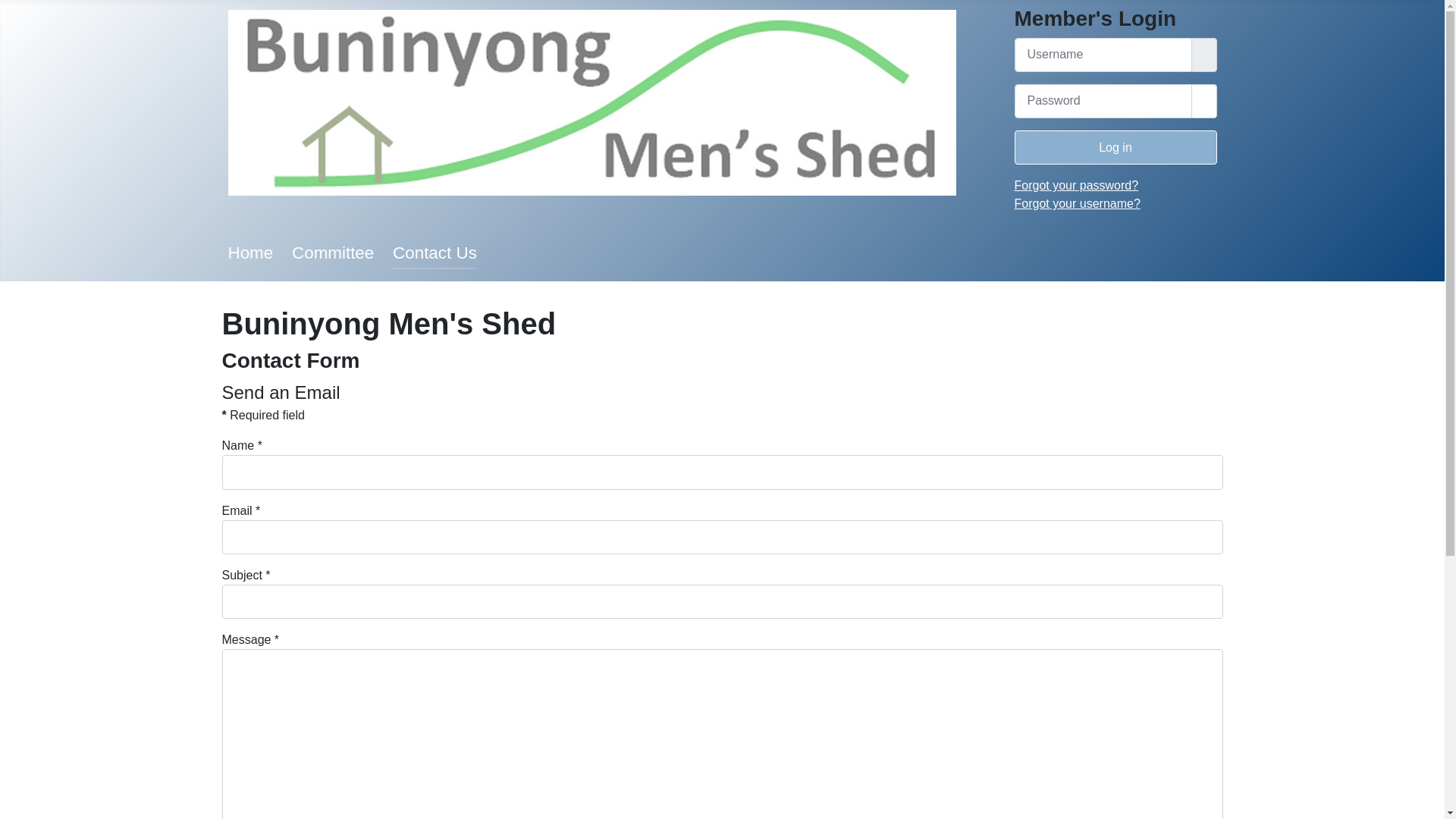 This screenshot has width=1456, height=819. Describe the element at coordinates (1076, 184) in the screenshot. I see `'Forgot your password?'` at that location.